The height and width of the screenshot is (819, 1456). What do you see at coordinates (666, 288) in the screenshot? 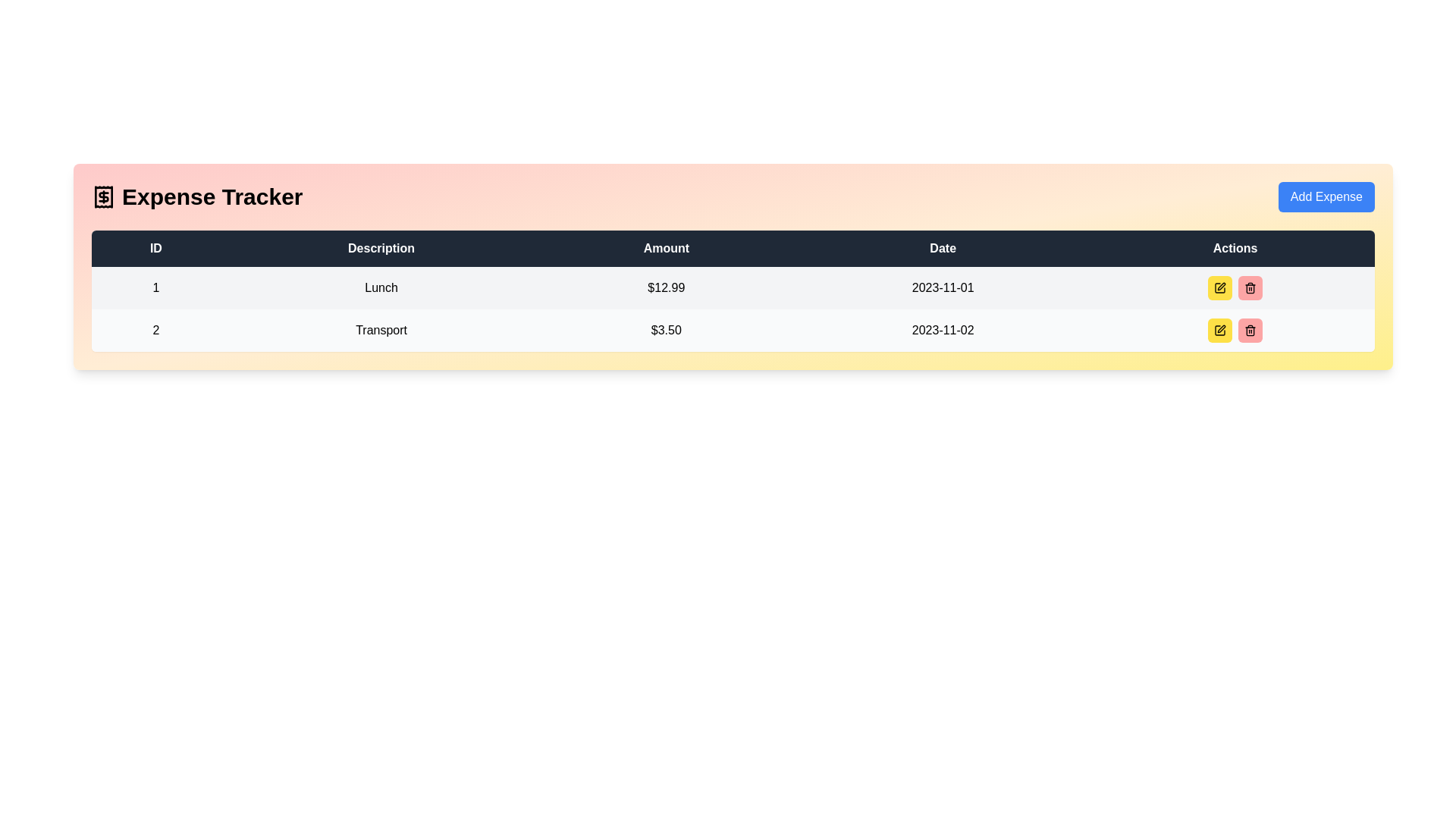
I see `the static text label displaying the monetary value '$12.99' in bold, black font, located in the first row of the table under the 'Amount' header` at bounding box center [666, 288].